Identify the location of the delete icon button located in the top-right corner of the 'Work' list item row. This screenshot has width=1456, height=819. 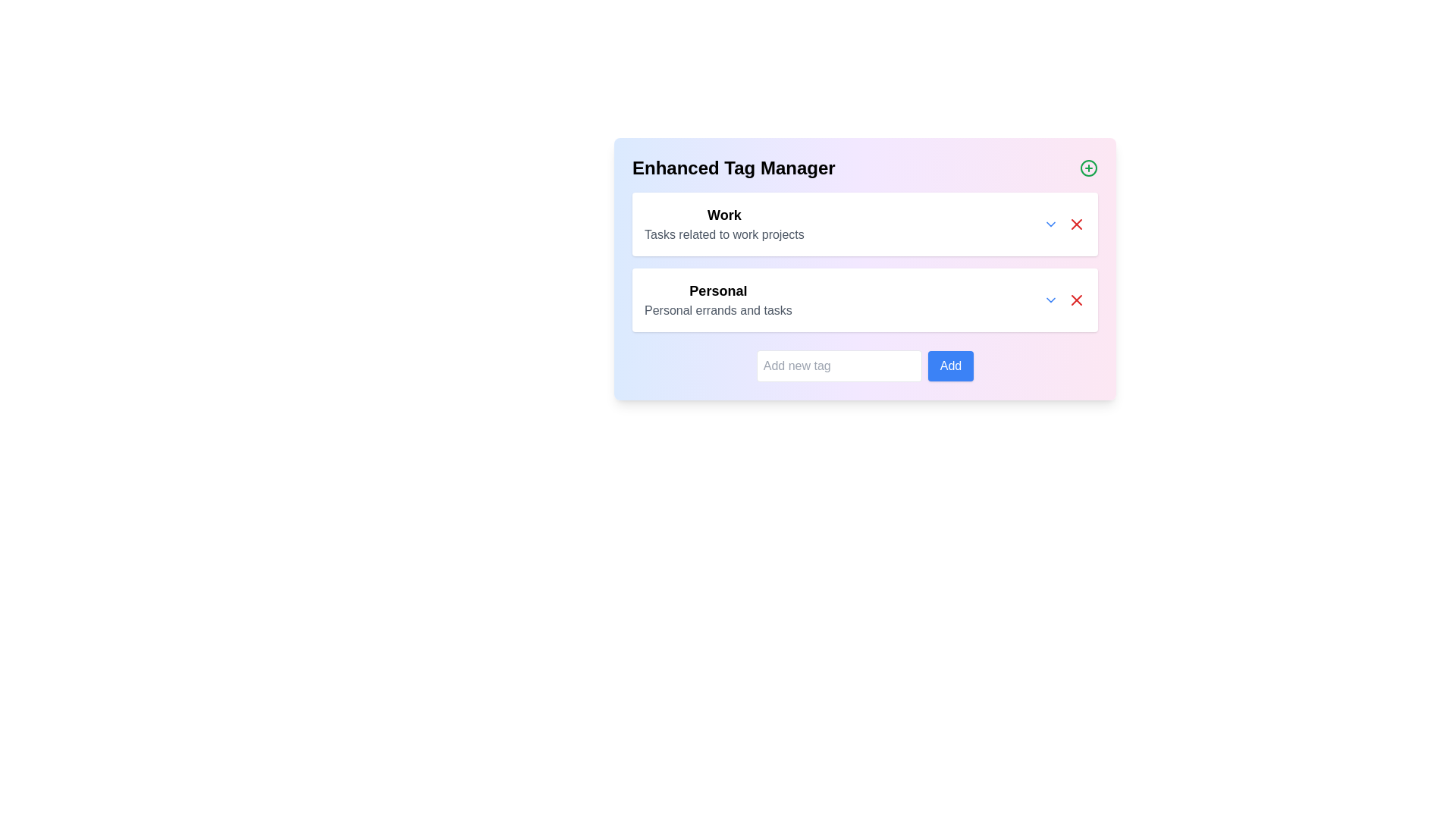
(1076, 224).